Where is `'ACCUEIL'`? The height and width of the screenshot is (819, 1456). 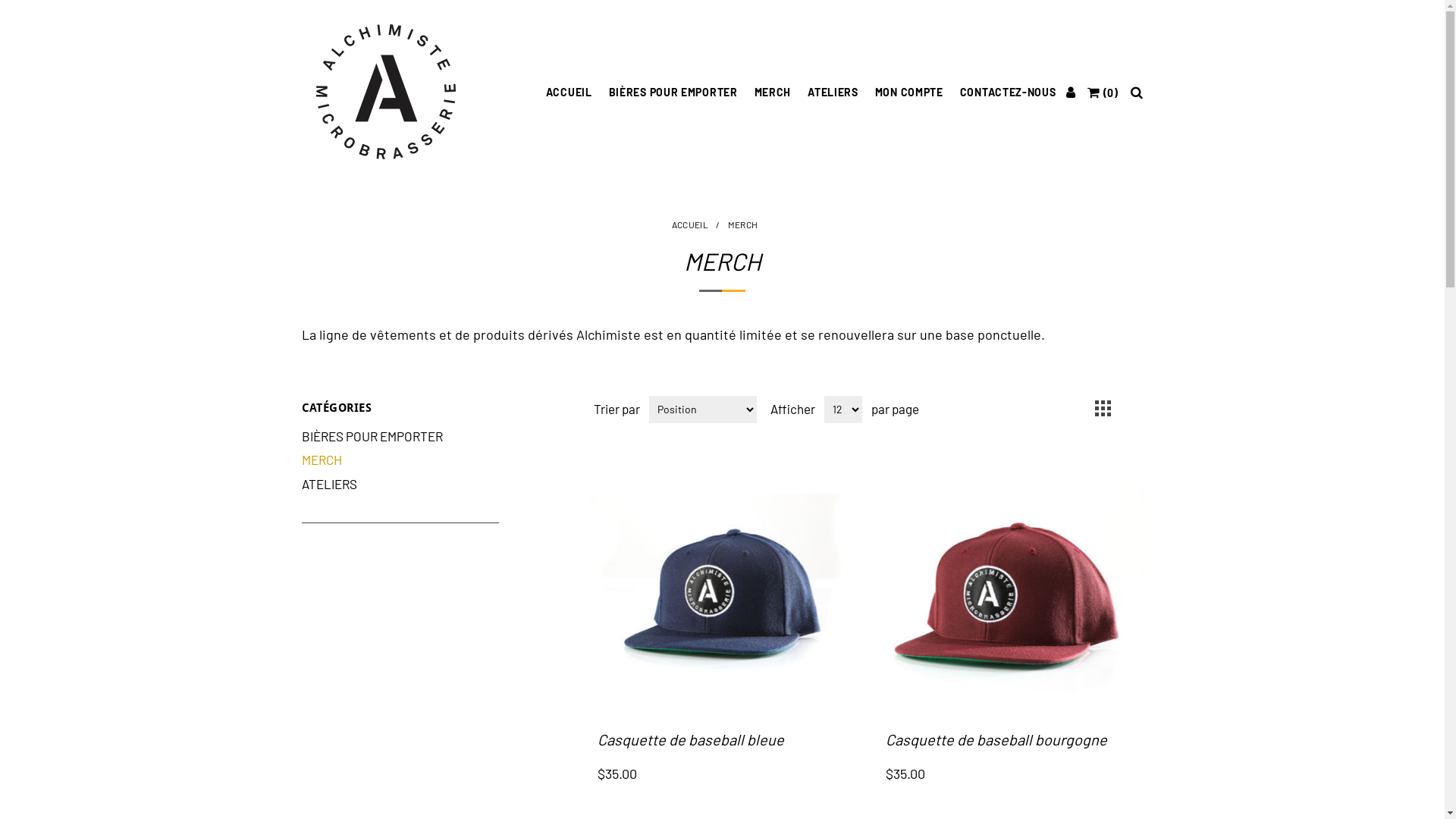 'ACCUEIL' is located at coordinates (568, 93).